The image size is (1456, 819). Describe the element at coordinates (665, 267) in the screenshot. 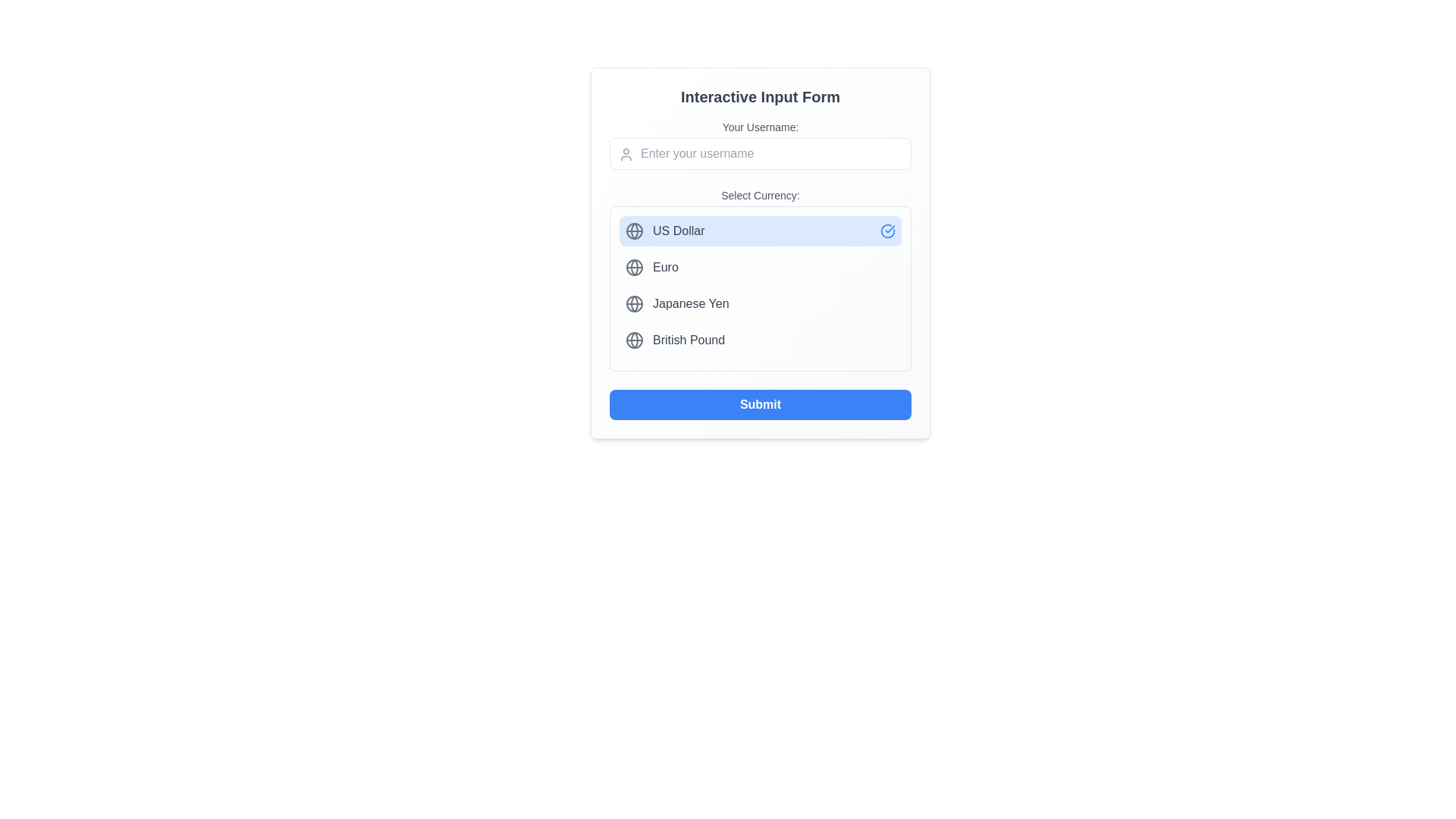

I see `the 'Euro' currency option label in the dropdown menu under 'Select Currency'` at that location.